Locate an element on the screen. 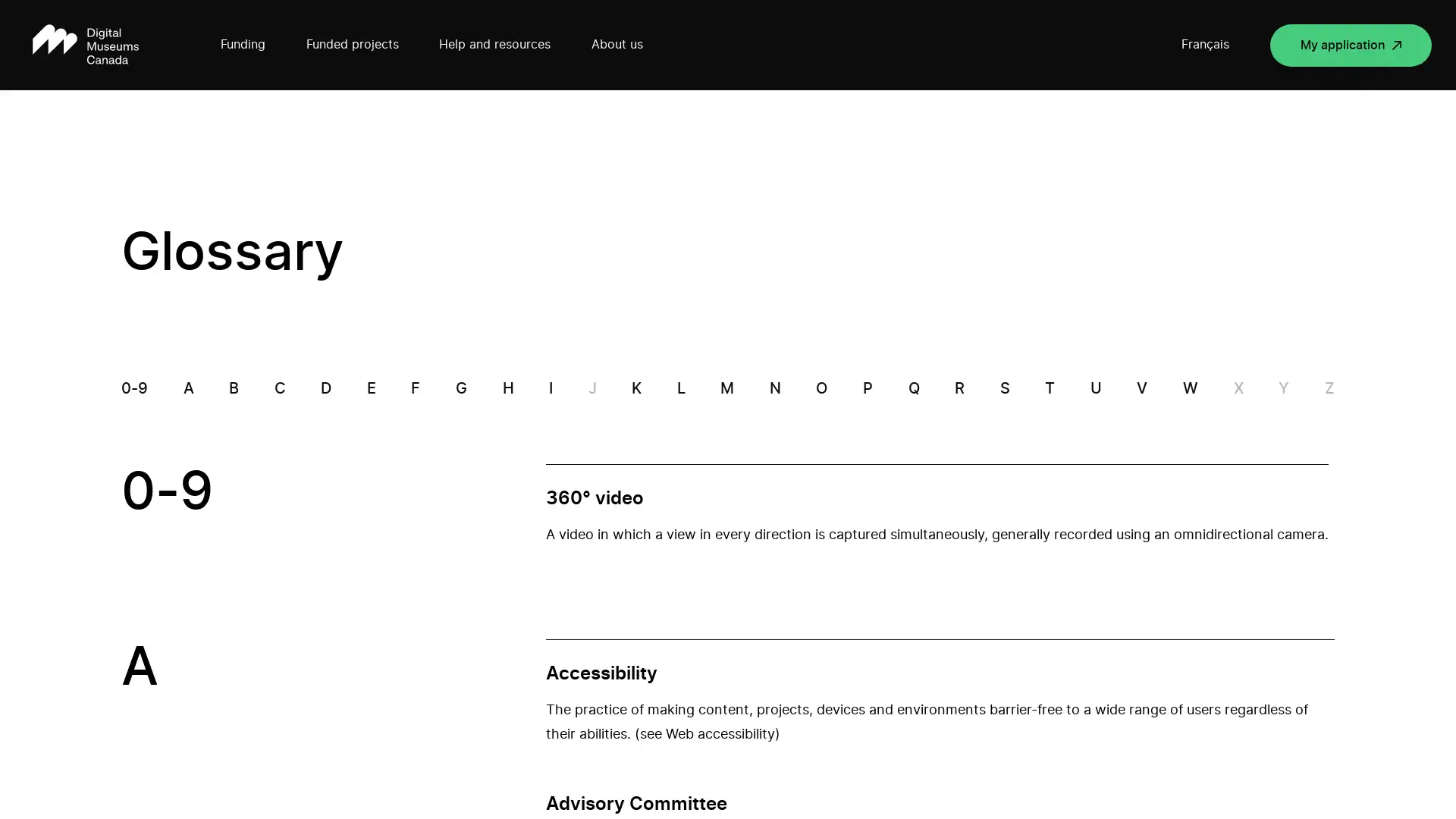 This screenshot has height=819, width=1456. R is located at coordinates (959, 388).